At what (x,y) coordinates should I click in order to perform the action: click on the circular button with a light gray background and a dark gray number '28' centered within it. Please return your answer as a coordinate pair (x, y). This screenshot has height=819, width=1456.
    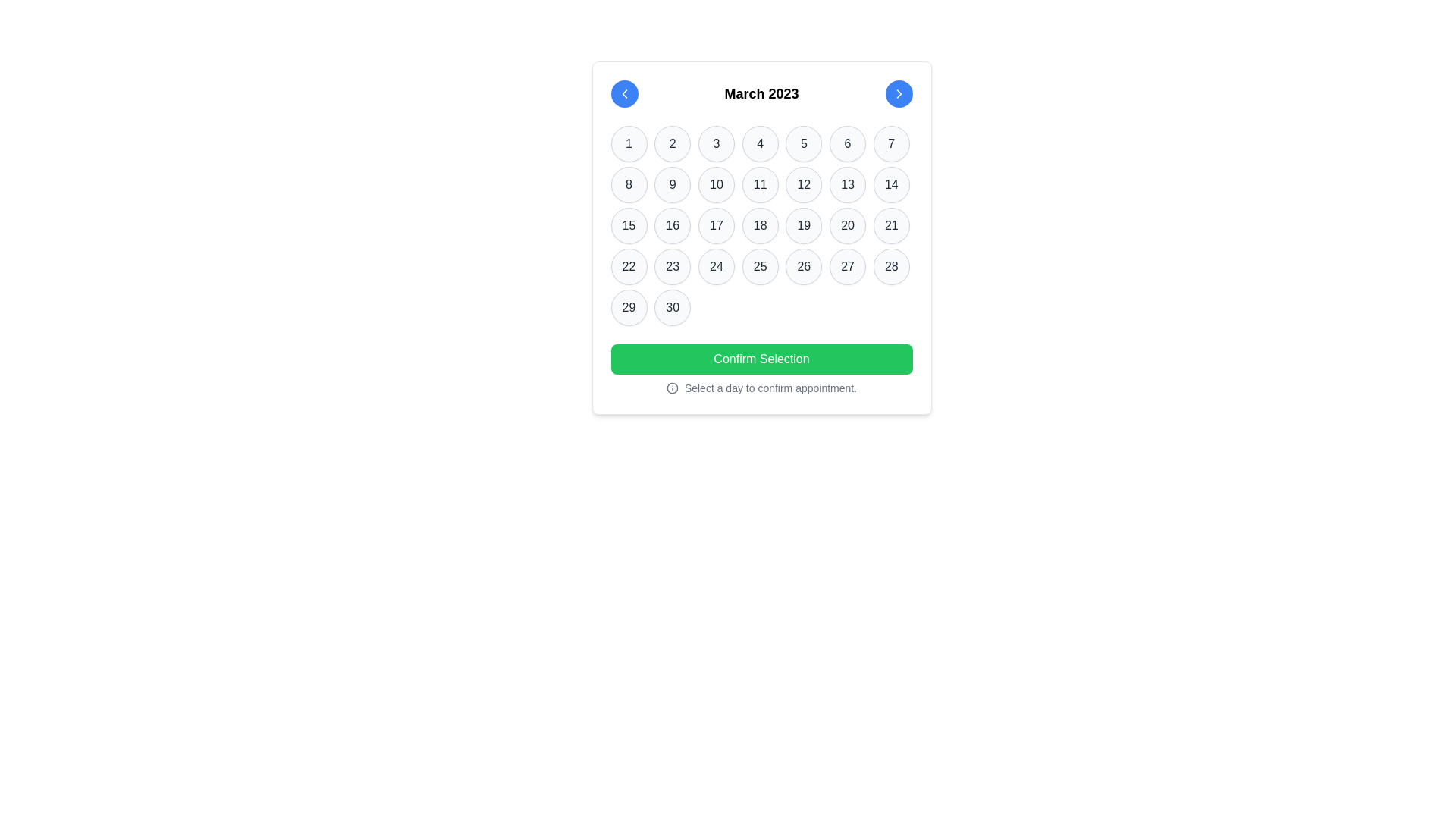
    Looking at the image, I should click on (891, 265).